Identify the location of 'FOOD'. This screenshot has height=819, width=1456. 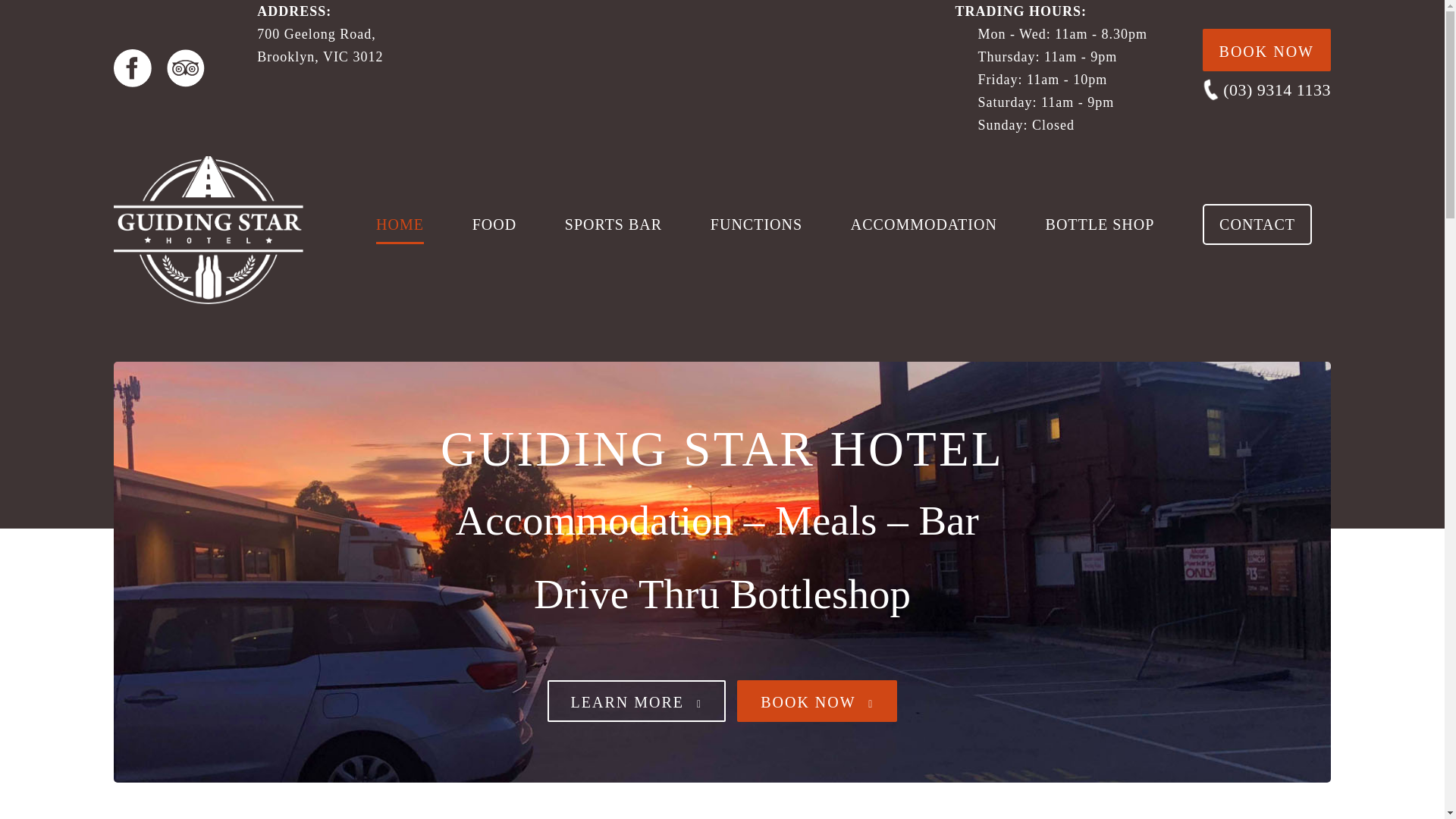
(494, 224).